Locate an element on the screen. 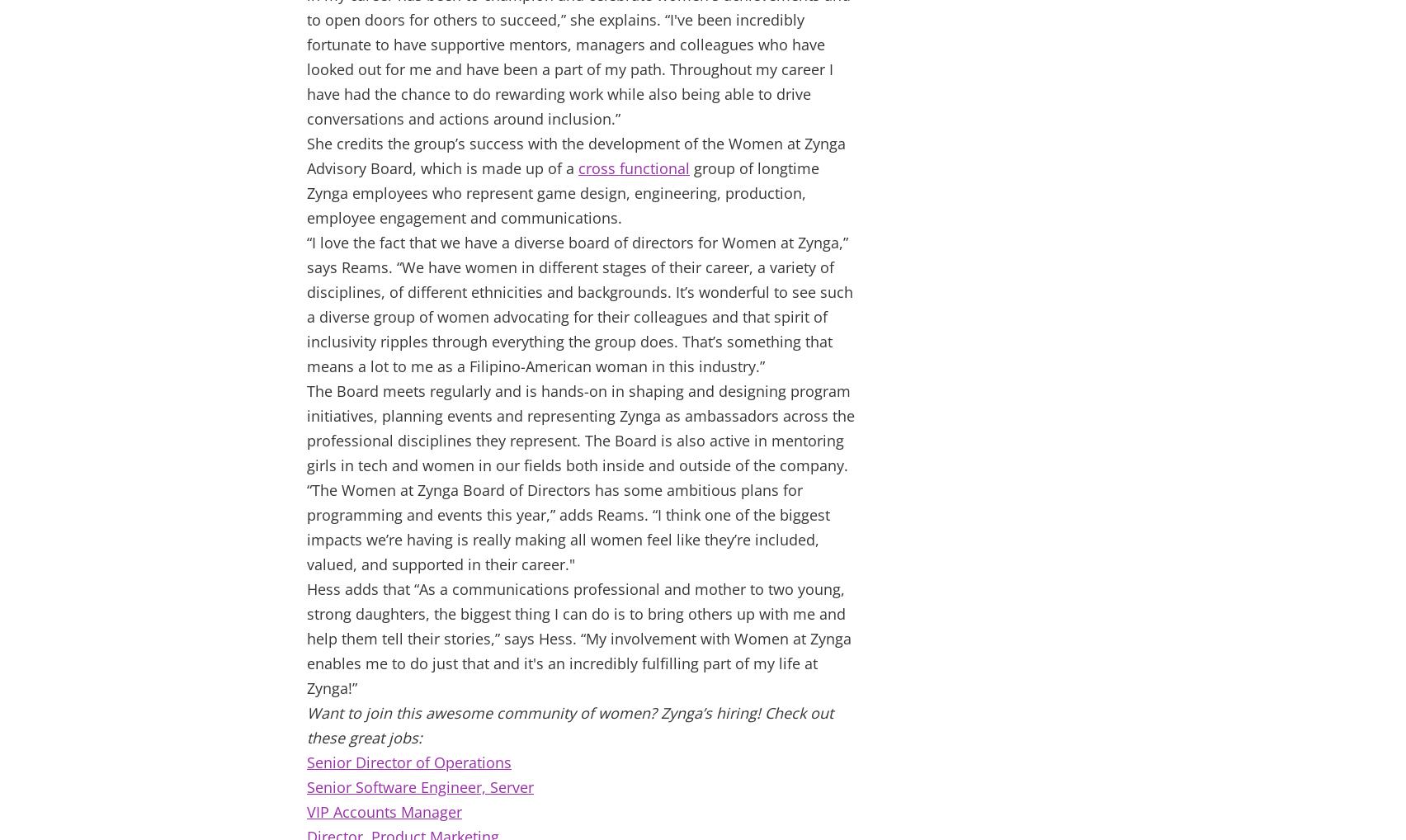 This screenshot has width=1406, height=840. 'group of longtime Zynga employees who represent game design, engineering, production, employee engagement and communications.' is located at coordinates (562, 192).